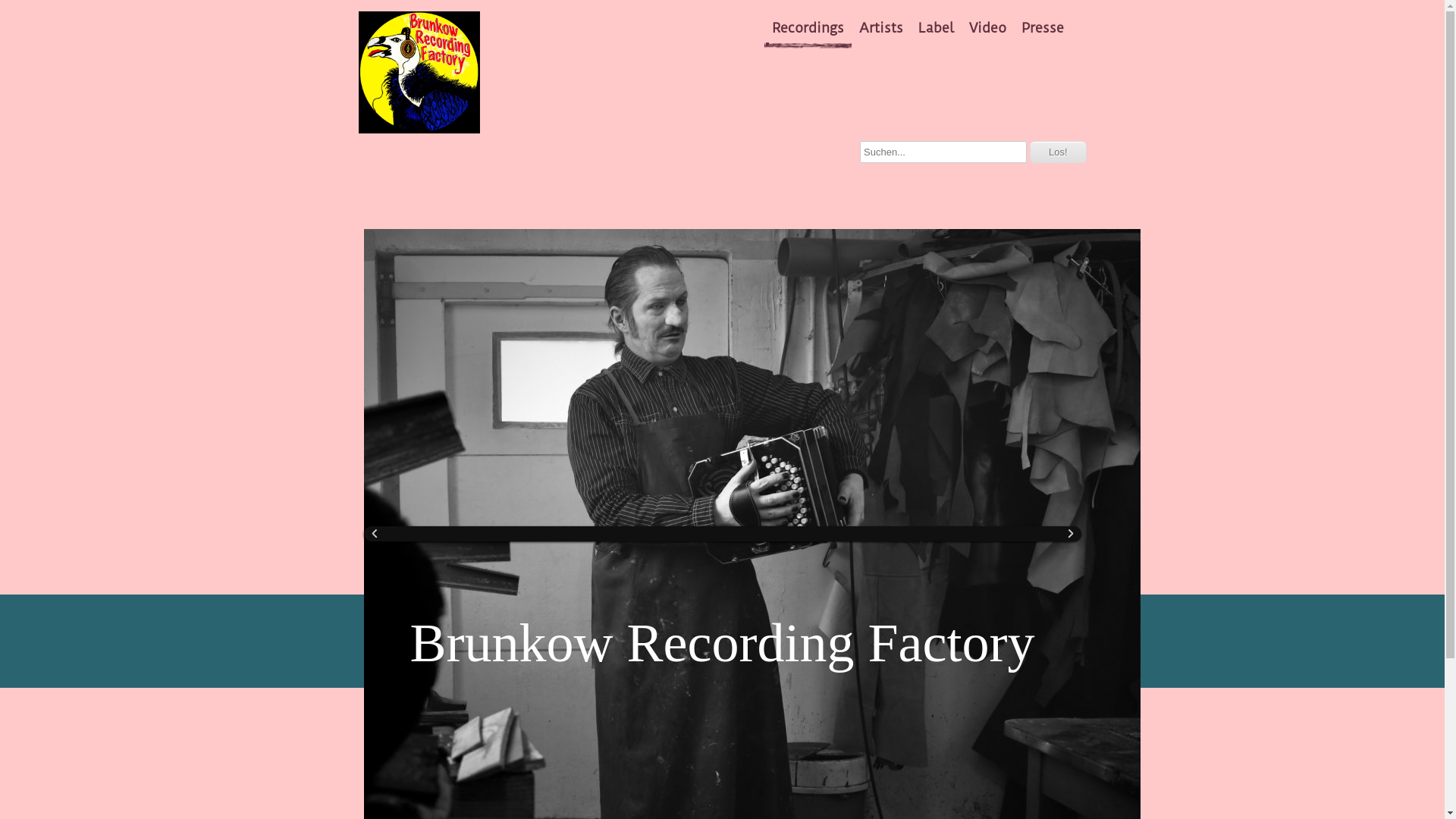 This screenshot has height=819, width=1456. What do you see at coordinates (880, 28) in the screenshot?
I see `'Artists'` at bounding box center [880, 28].